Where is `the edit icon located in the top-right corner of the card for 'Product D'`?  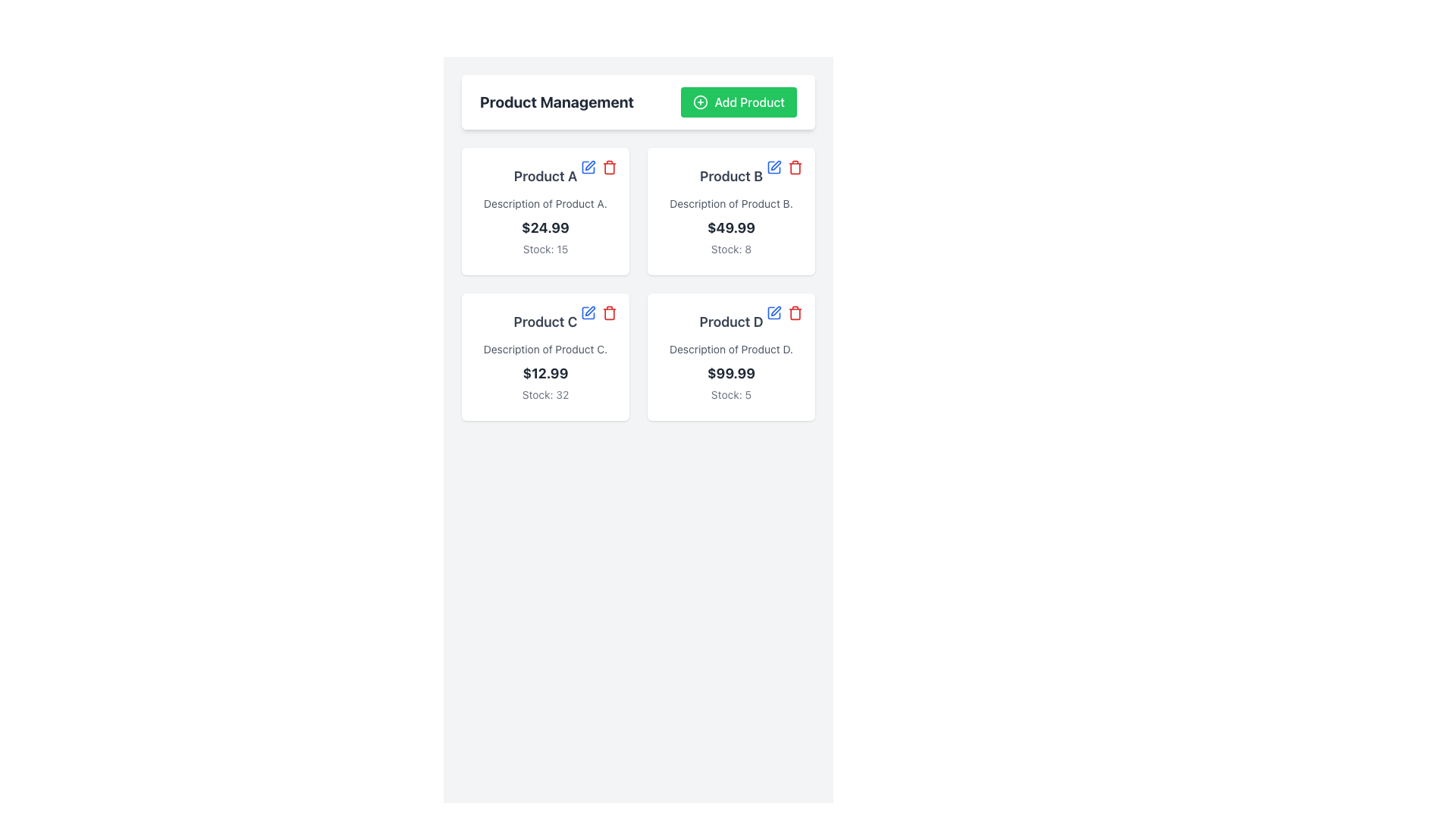 the edit icon located in the top-right corner of the card for 'Product D' is located at coordinates (774, 312).